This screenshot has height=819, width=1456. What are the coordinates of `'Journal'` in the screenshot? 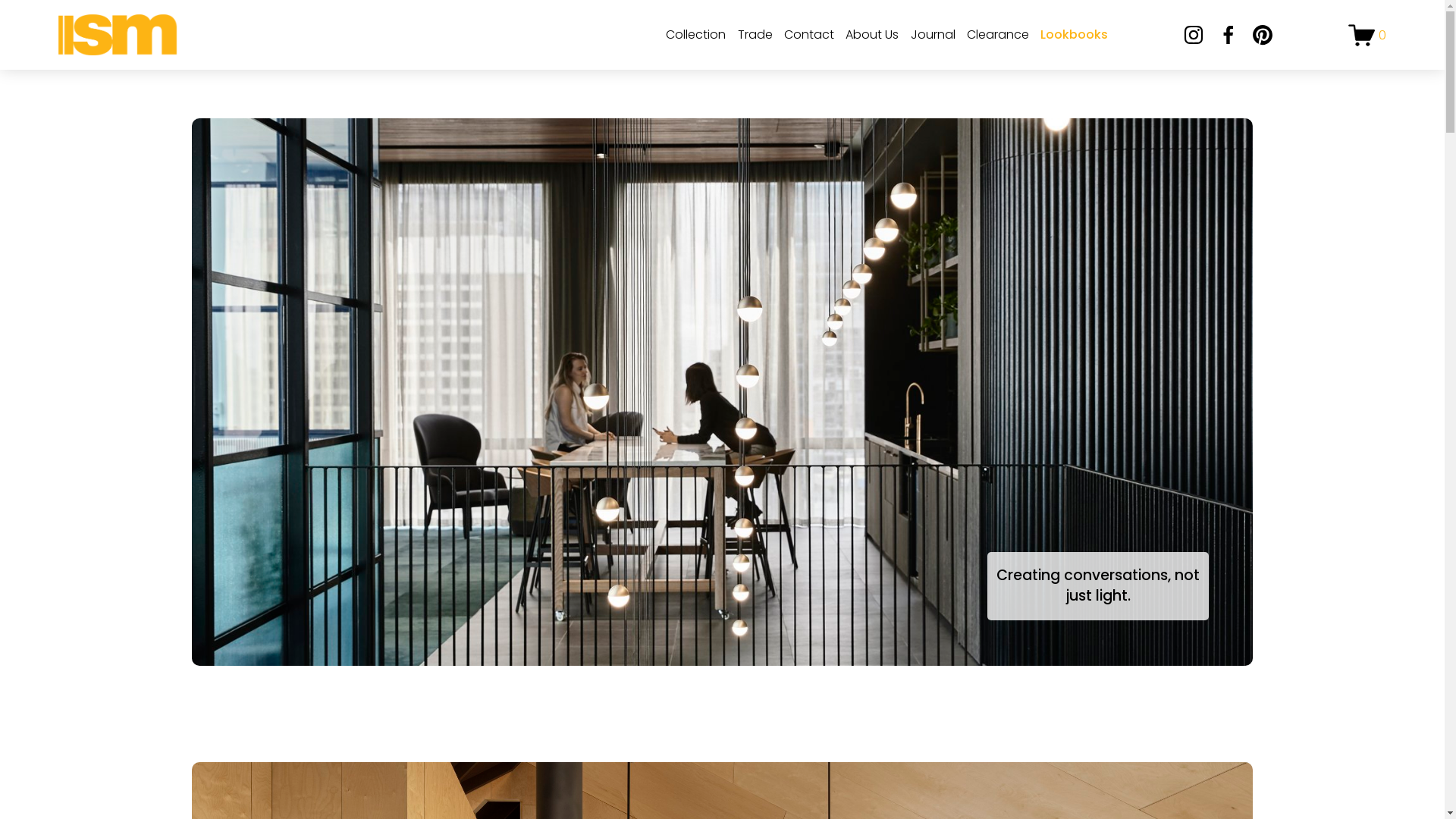 It's located at (932, 34).